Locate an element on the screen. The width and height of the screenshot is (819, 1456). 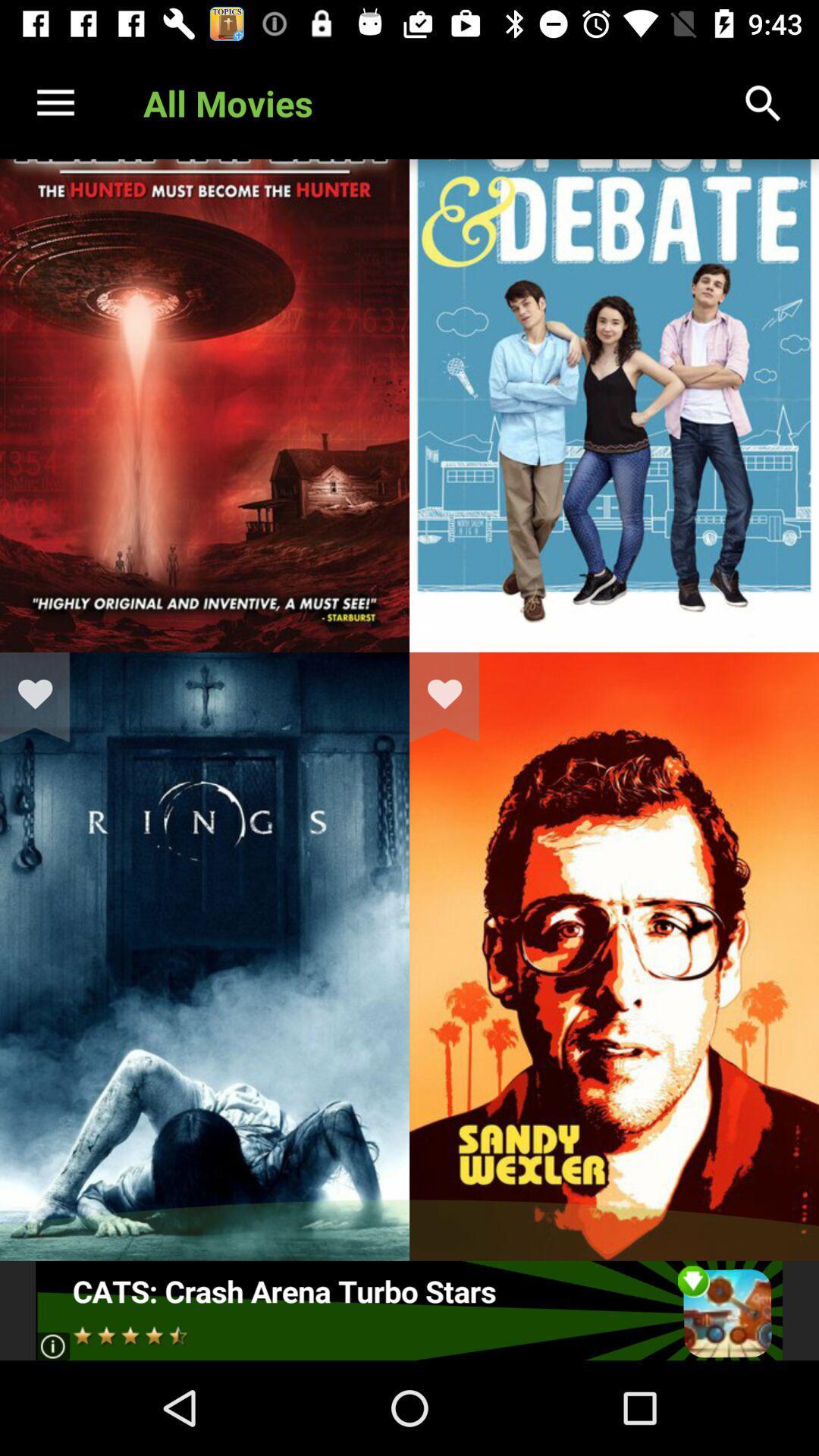
to favorites is located at coordinates (44, 696).